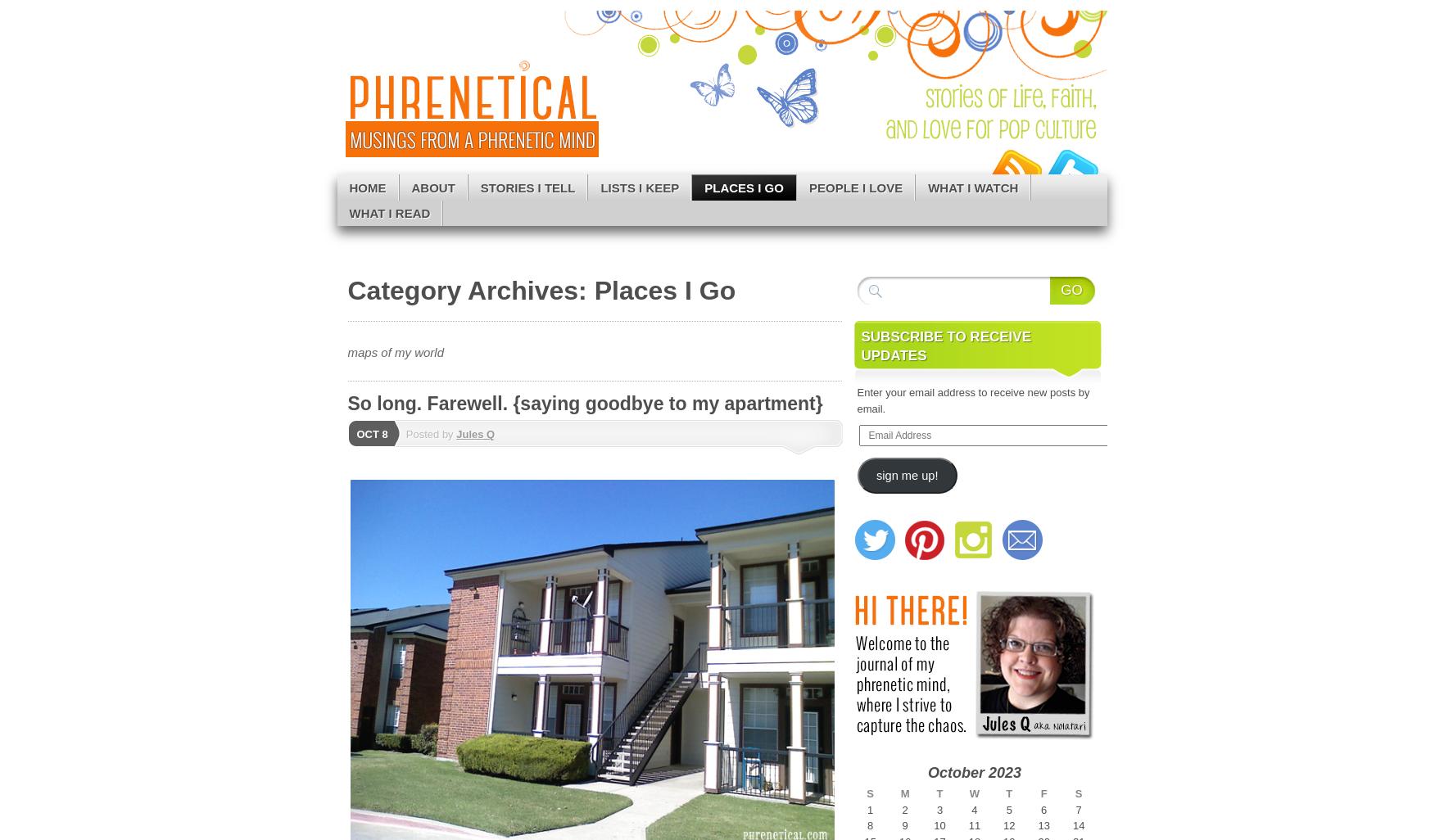 This screenshot has width=1444, height=840. Describe the element at coordinates (1077, 824) in the screenshot. I see `'14'` at that location.